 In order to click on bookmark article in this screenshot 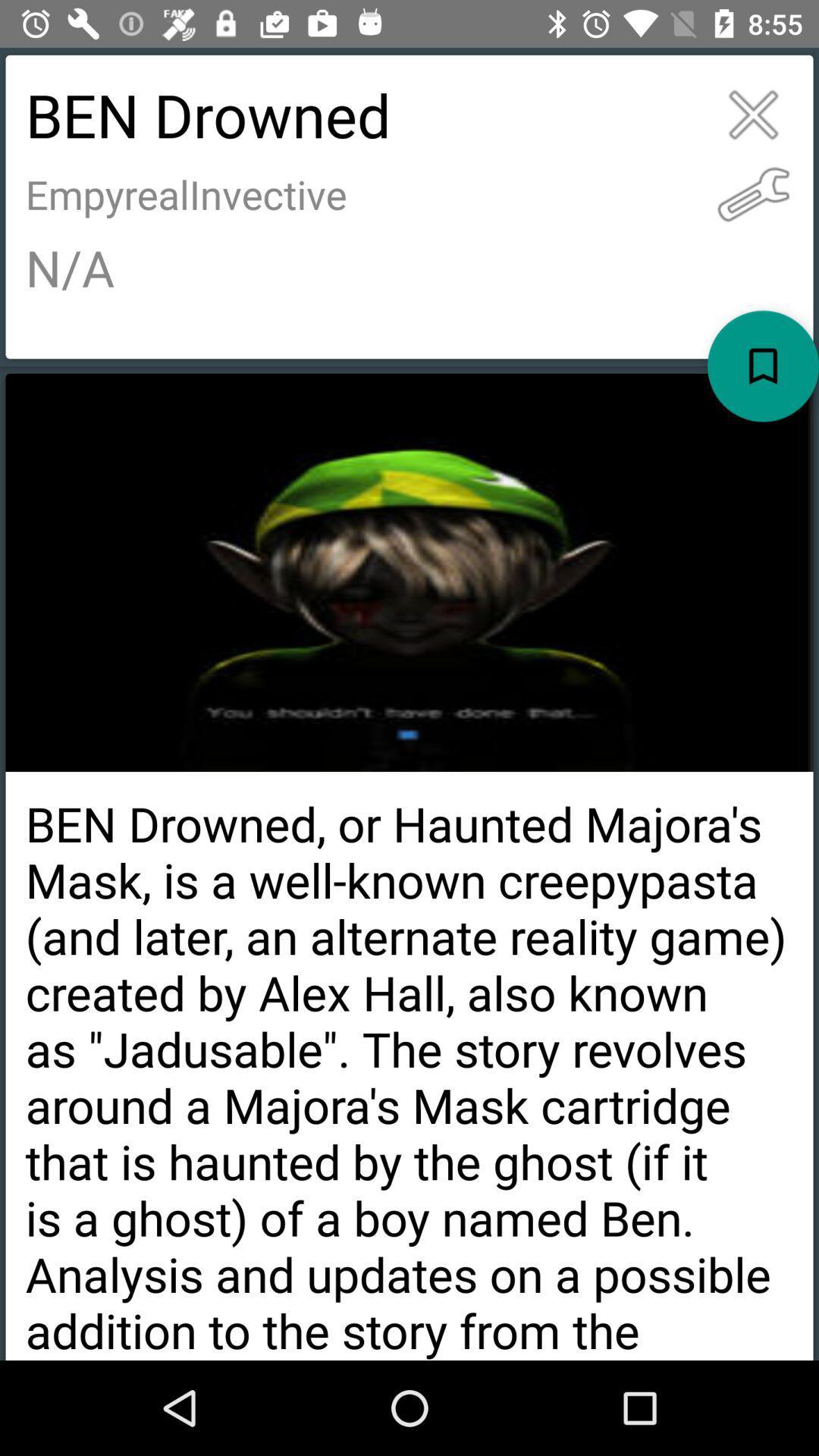, I will do `click(763, 366)`.